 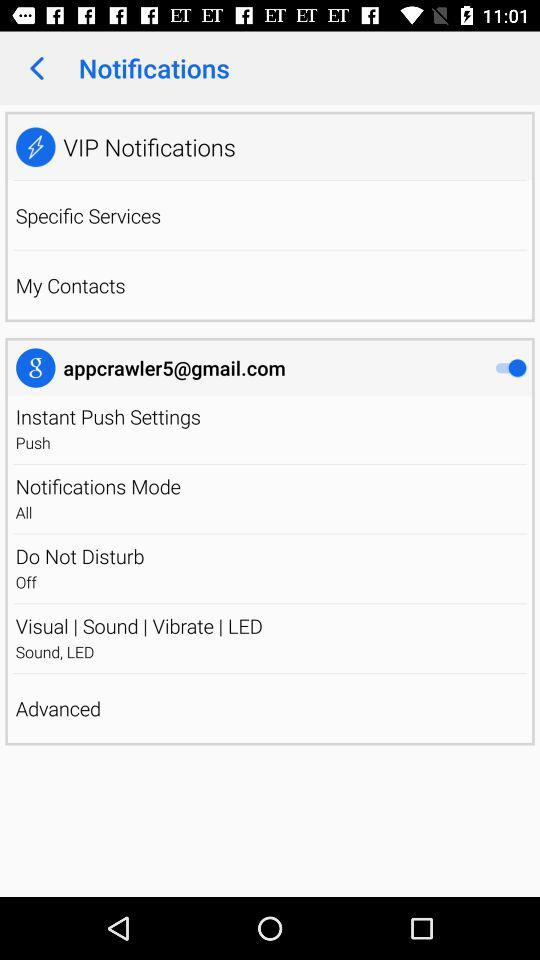 What do you see at coordinates (270, 511) in the screenshot?
I see `the all icon` at bounding box center [270, 511].